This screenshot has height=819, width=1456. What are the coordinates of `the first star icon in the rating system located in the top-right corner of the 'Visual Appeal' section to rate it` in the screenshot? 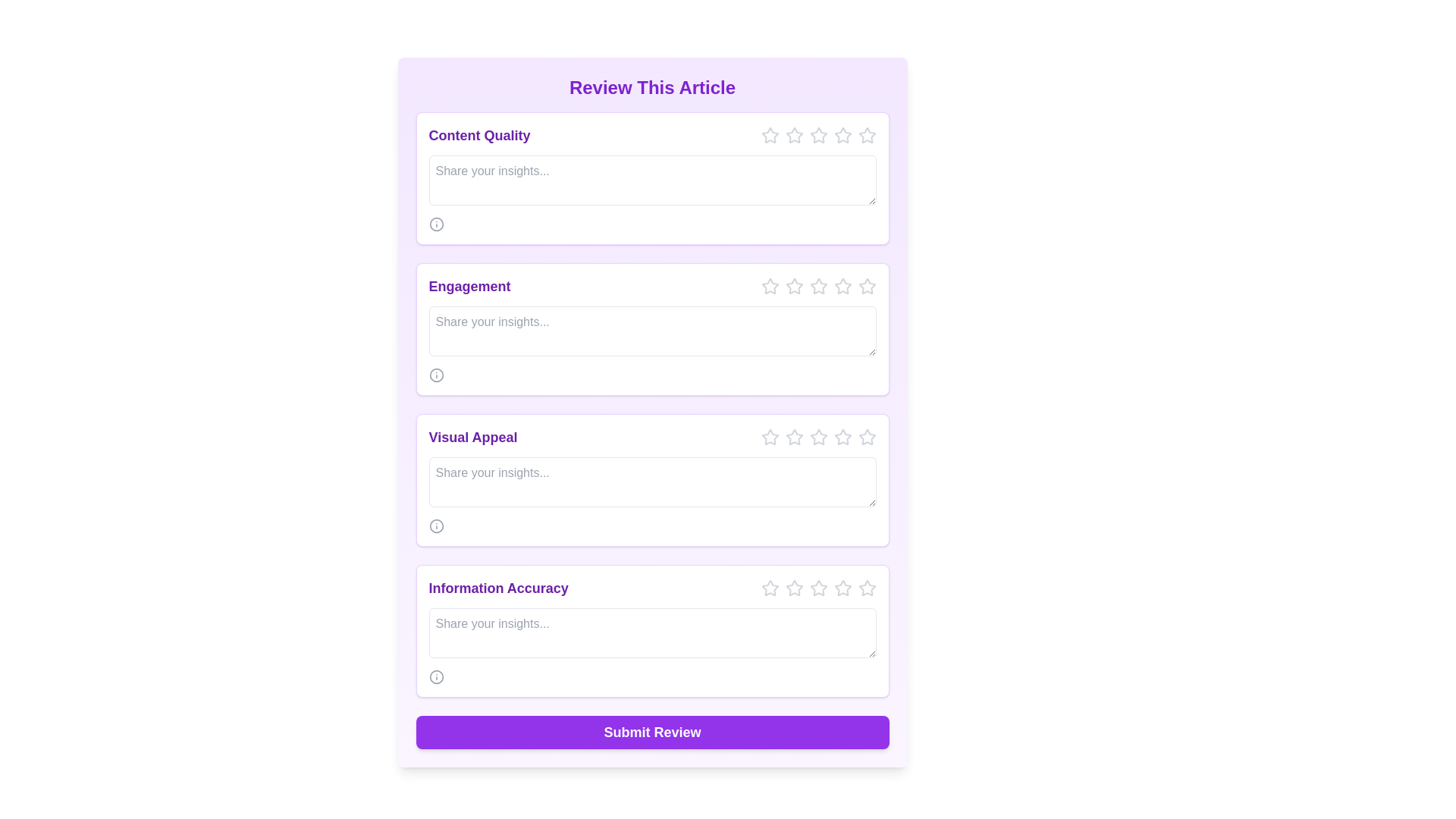 It's located at (770, 438).